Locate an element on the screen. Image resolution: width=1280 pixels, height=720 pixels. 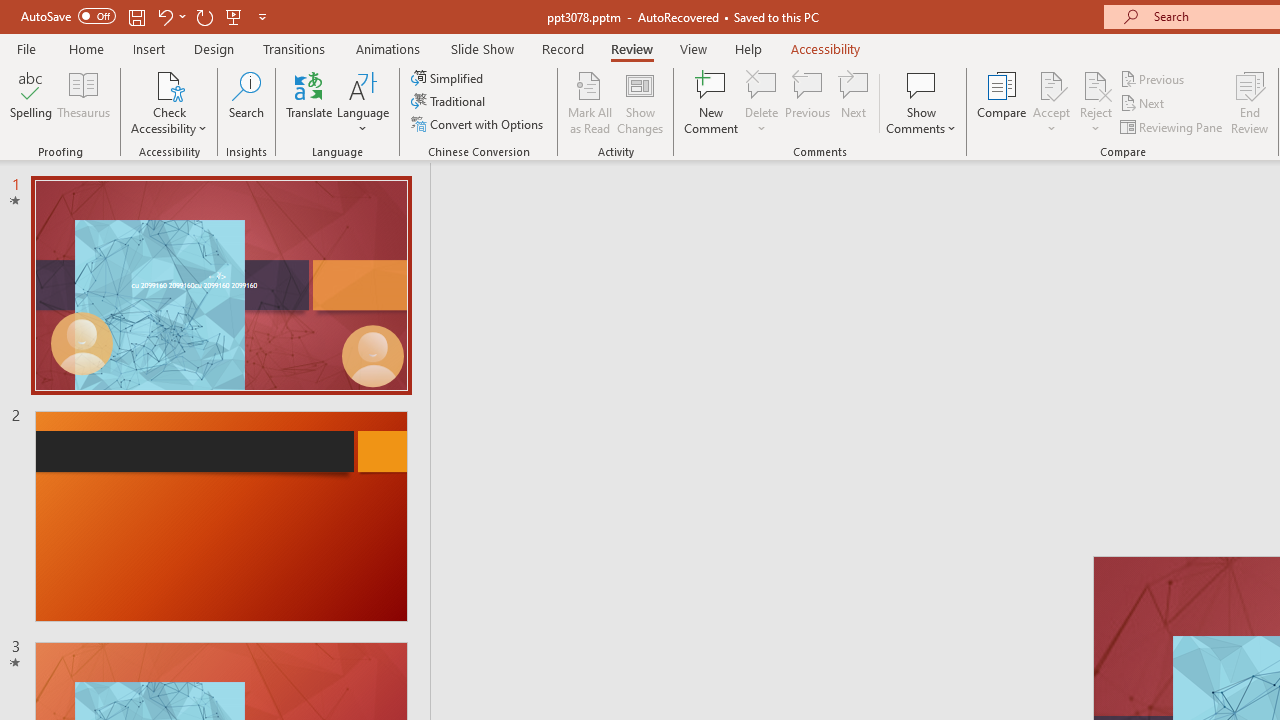
'Convert with Options...' is located at coordinates (478, 124).